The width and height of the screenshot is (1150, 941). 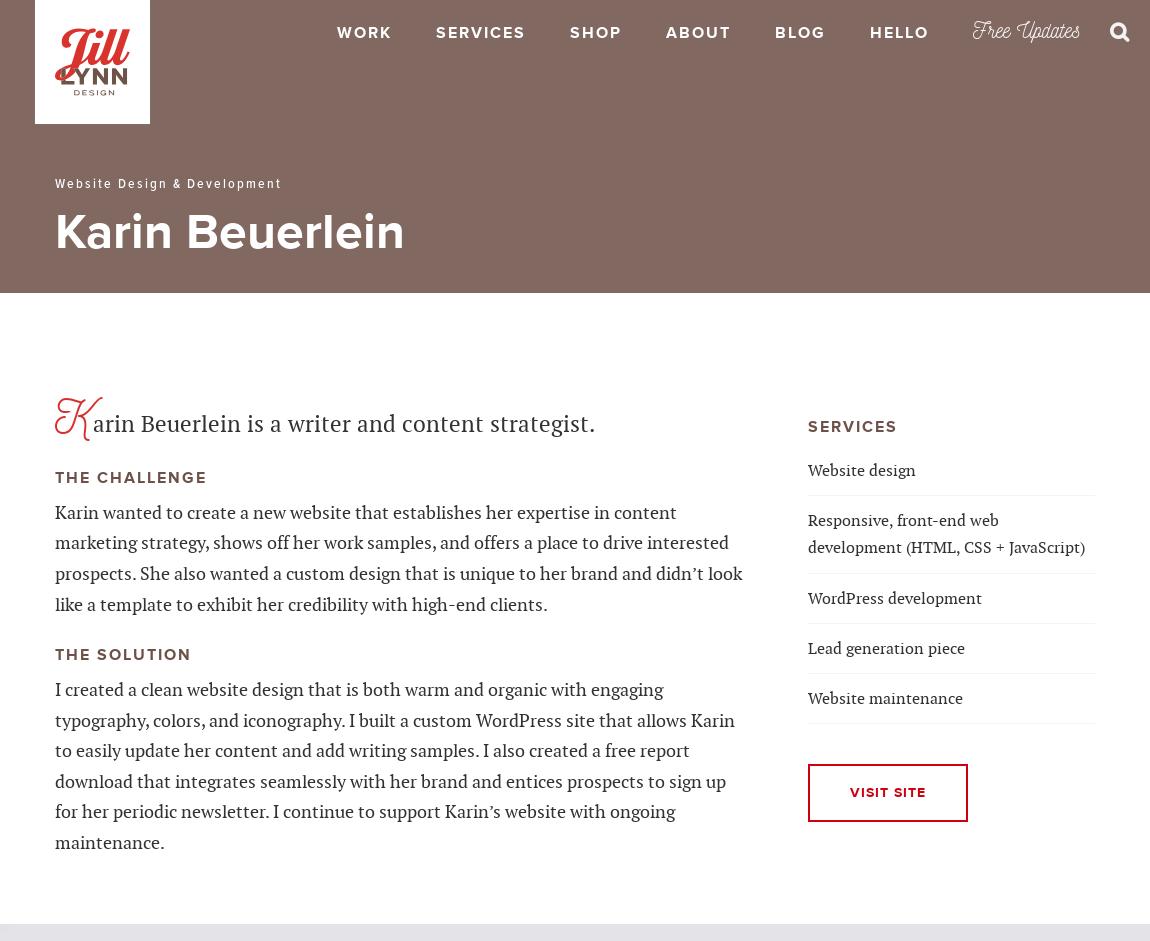 What do you see at coordinates (595, 33) in the screenshot?
I see `'Shop'` at bounding box center [595, 33].